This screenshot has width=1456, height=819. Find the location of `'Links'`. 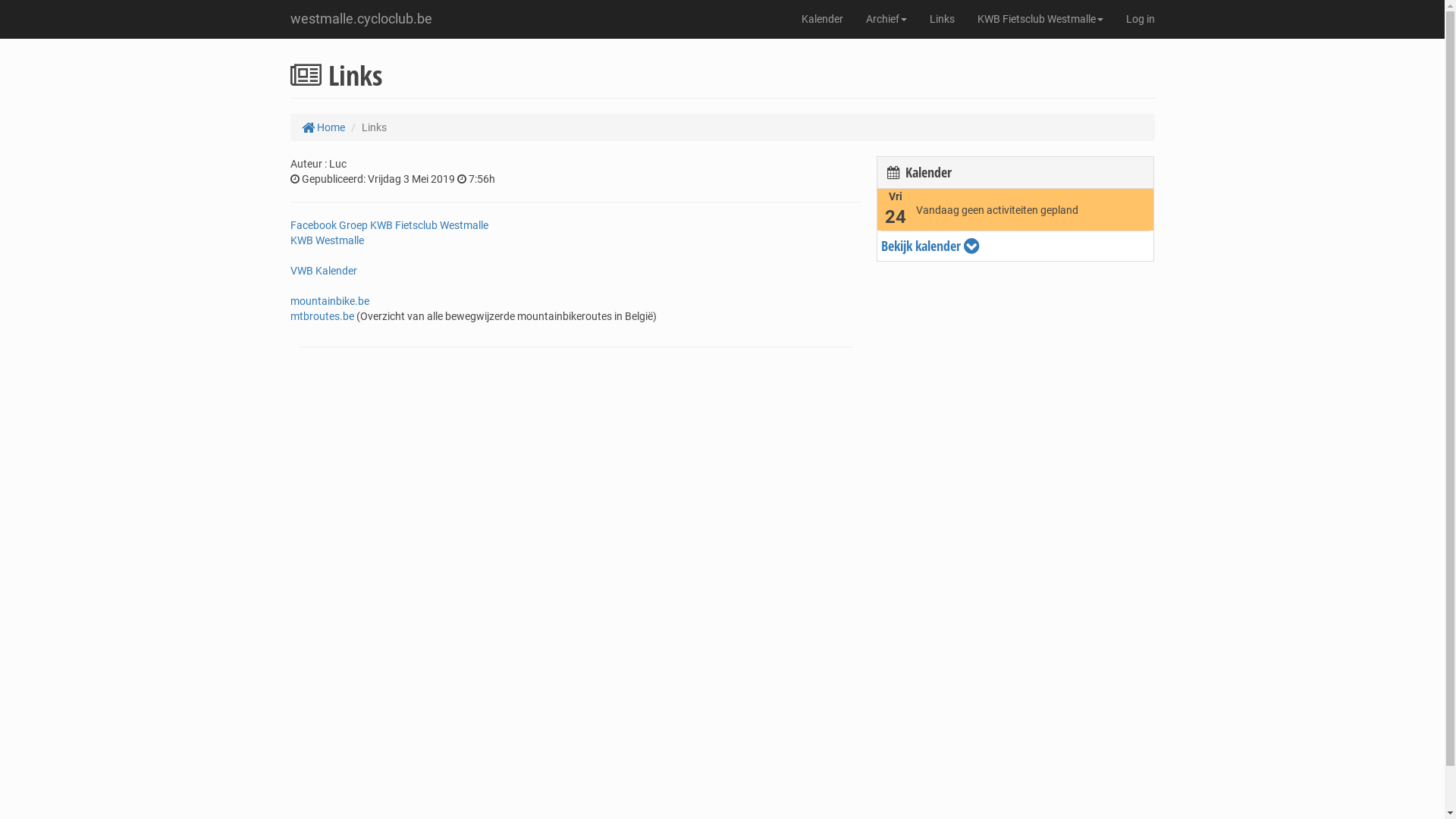

'Links' is located at coordinates (940, 18).